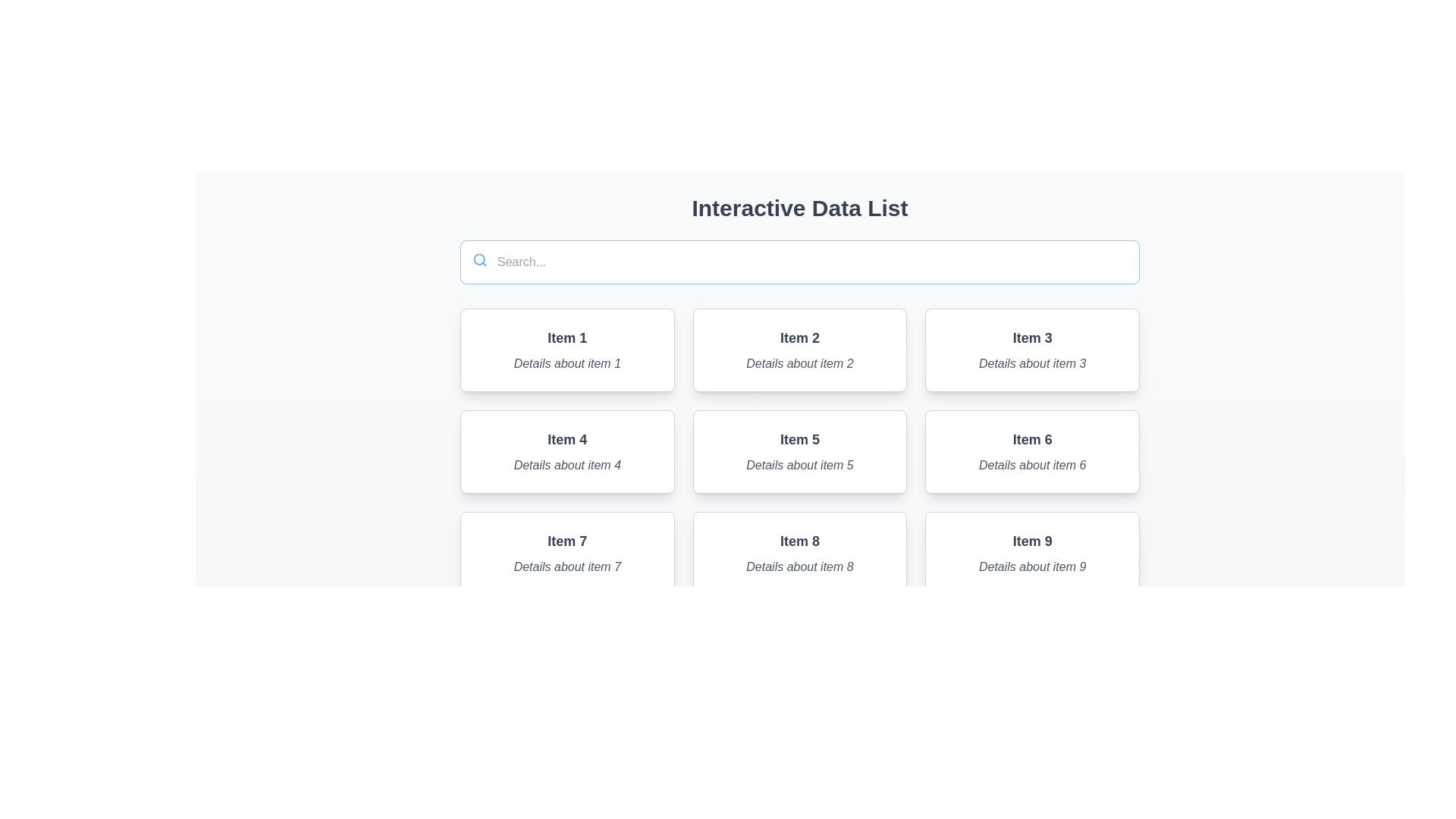 The width and height of the screenshot is (1456, 819). Describe the element at coordinates (479, 259) in the screenshot. I see `the decorative circle within the magnifying glass icon located at the top left of the search text box` at that location.